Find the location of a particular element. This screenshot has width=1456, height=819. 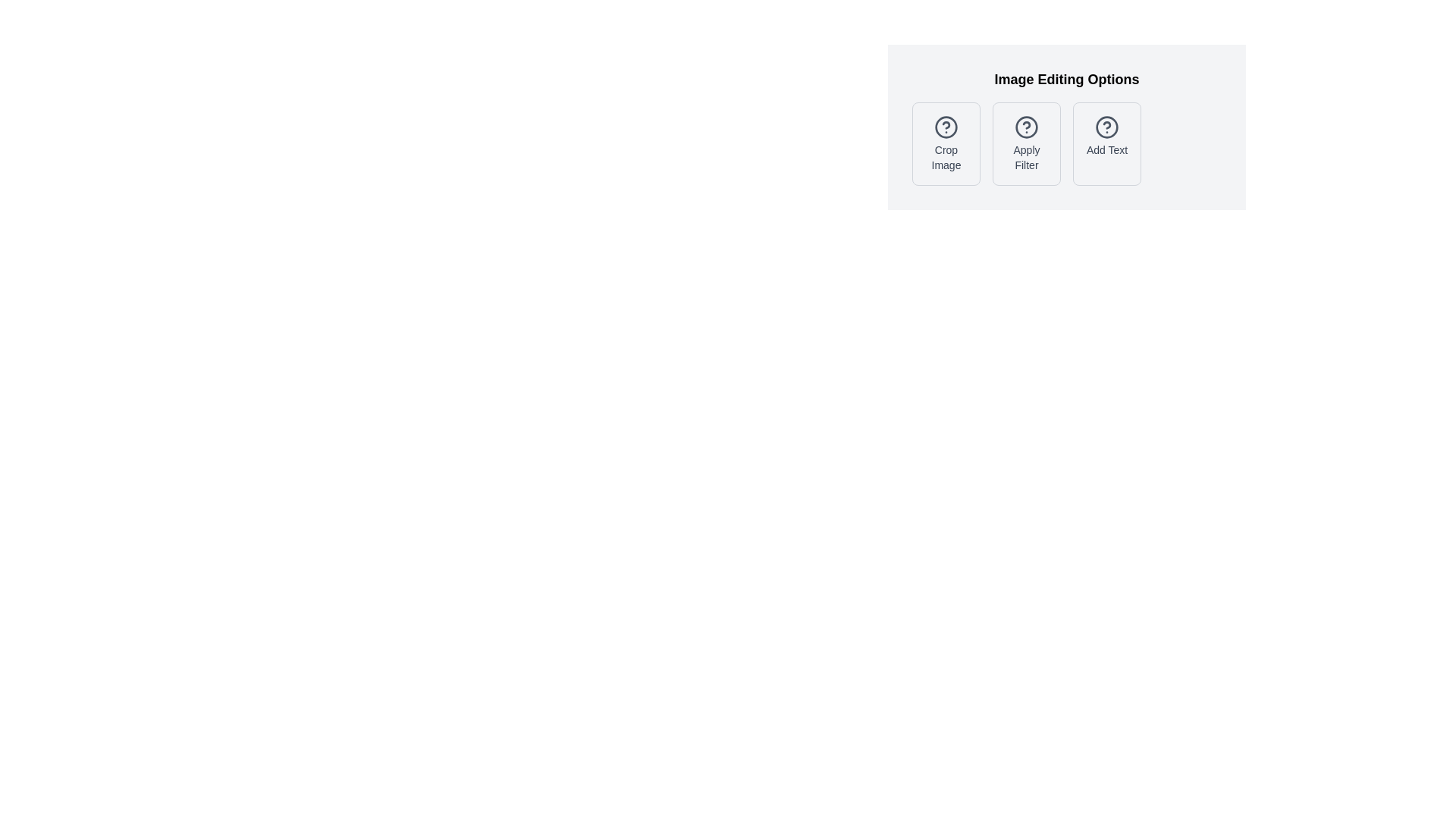

text content of the 'Crop Image' label, which is located below the icon in the leftmost option of the control bar is located at coordinates (946, 158).